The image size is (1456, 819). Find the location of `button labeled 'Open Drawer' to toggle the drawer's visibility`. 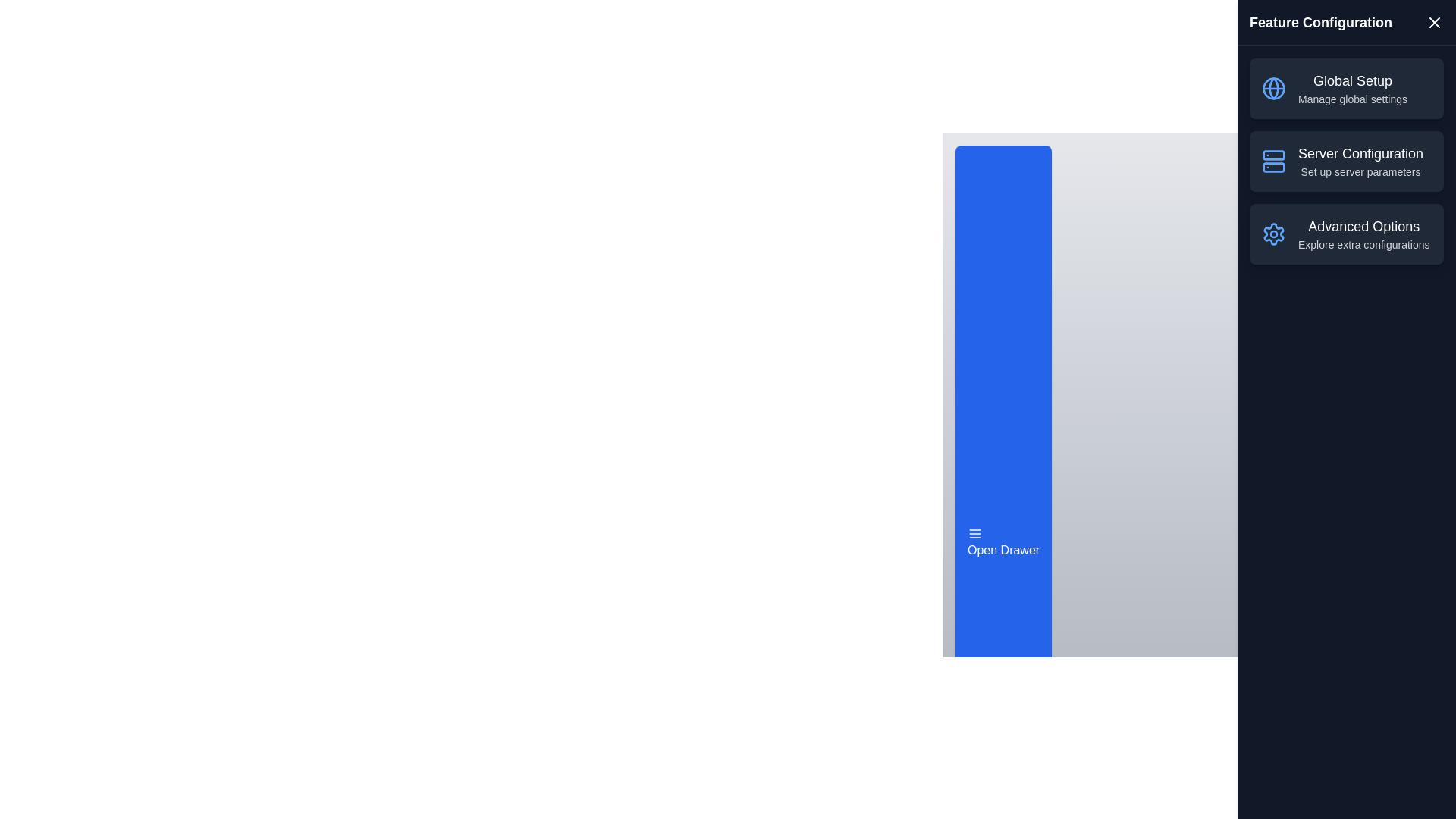

button labeled 'Open Drawer' to toggle the drawer's visibility is located at coordinates (1003, 542).